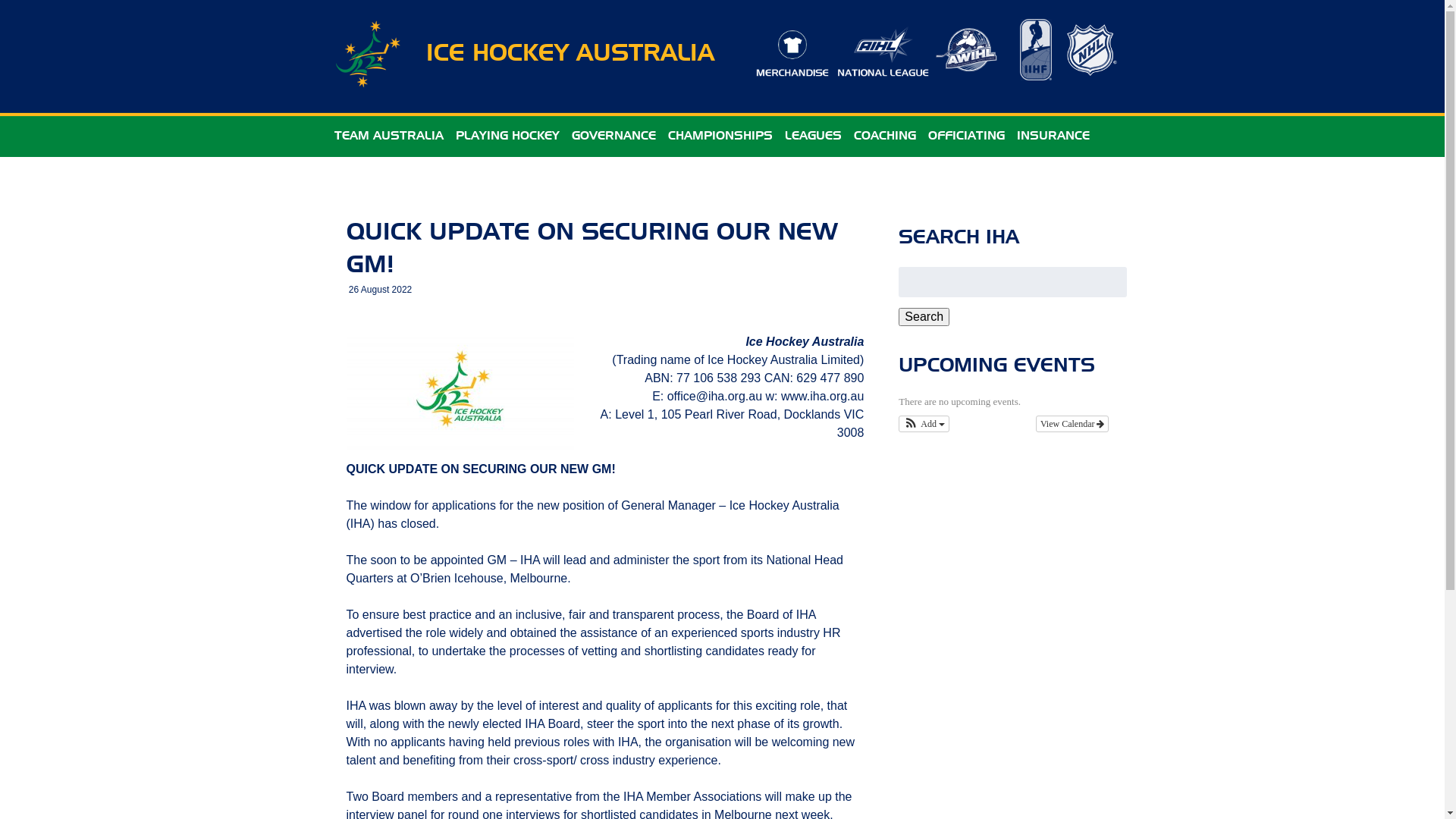 The width and height of the screenshot is (1456, 819). I want to click on 'TEAM AUSTRALIA', so click(388, 136).